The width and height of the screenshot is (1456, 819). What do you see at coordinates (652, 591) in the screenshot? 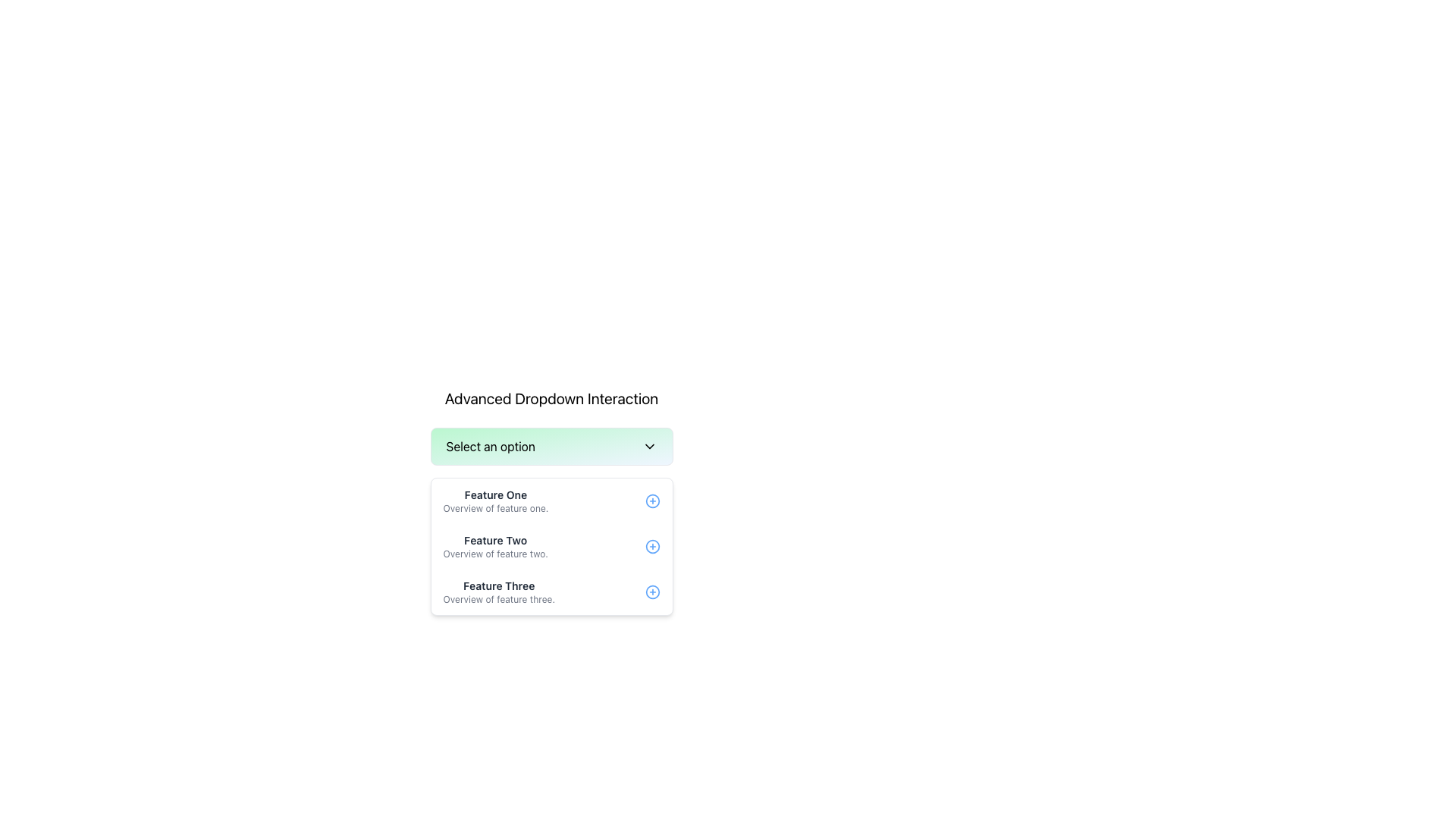
I see `the blue circular icon with a white plus sign, located at the far right side of the 'Feature Three' row, beside the text 'Overview of feature three.'` at bounding box center [652, 591].